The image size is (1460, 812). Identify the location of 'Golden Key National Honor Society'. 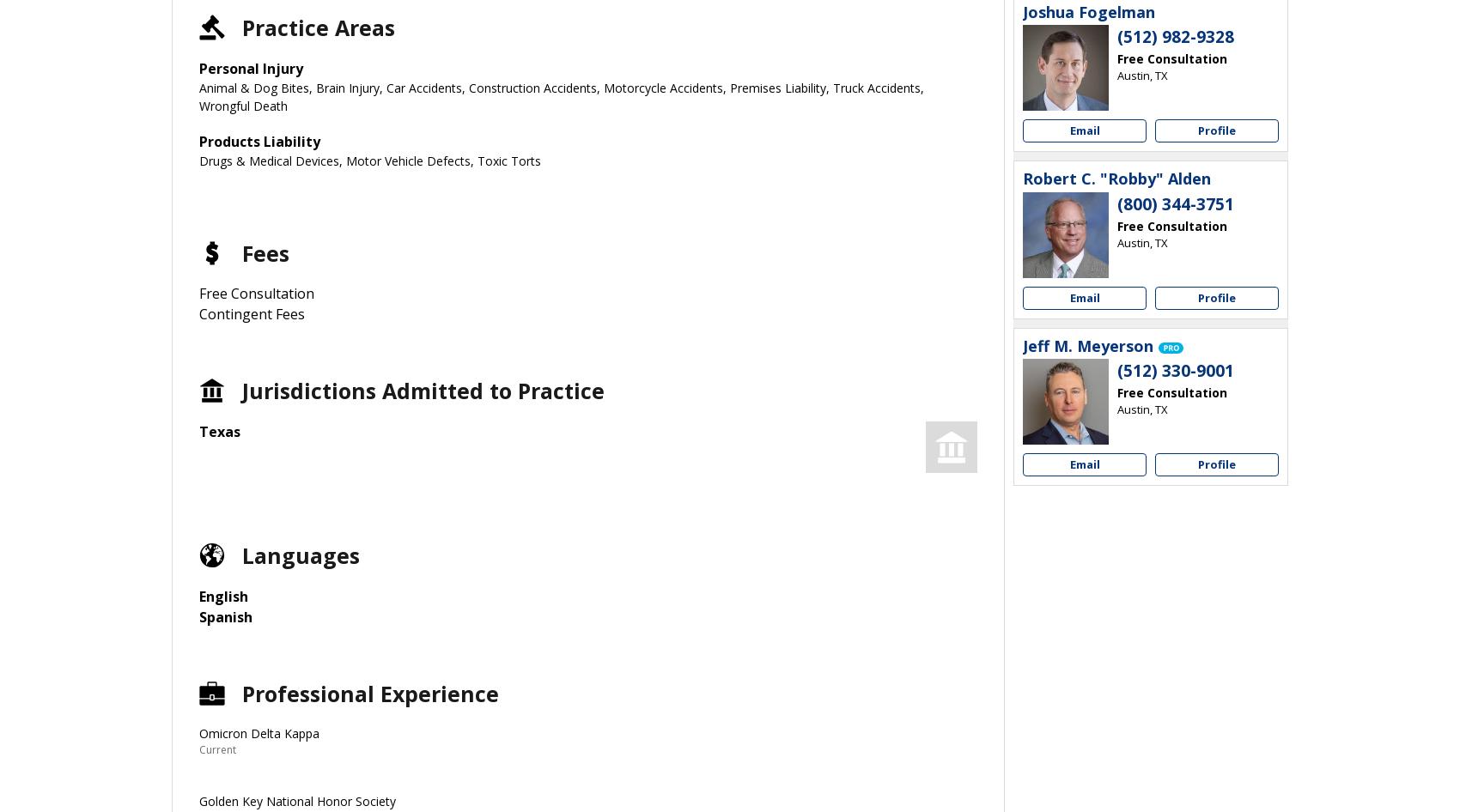
(296, 800).